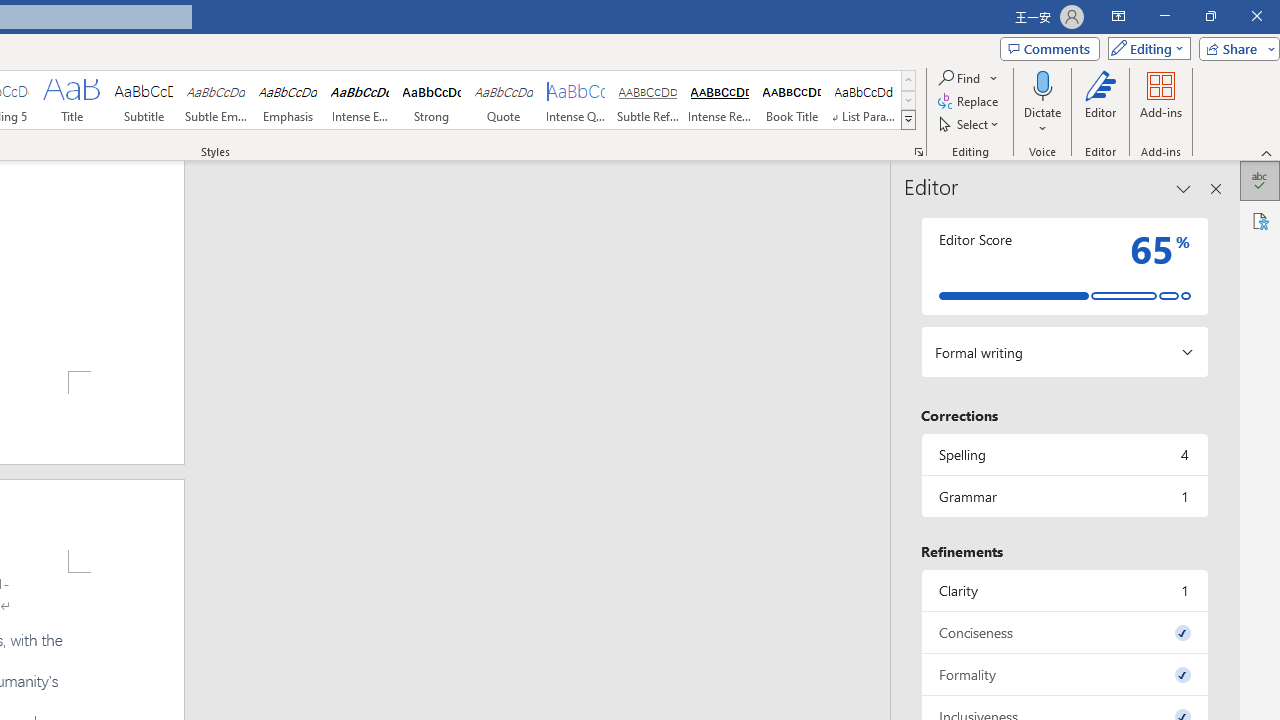  What do you see at coordinates (287, 100) in the screenshot?
I see `'Emphasis'` at bounding box center [287, 100].